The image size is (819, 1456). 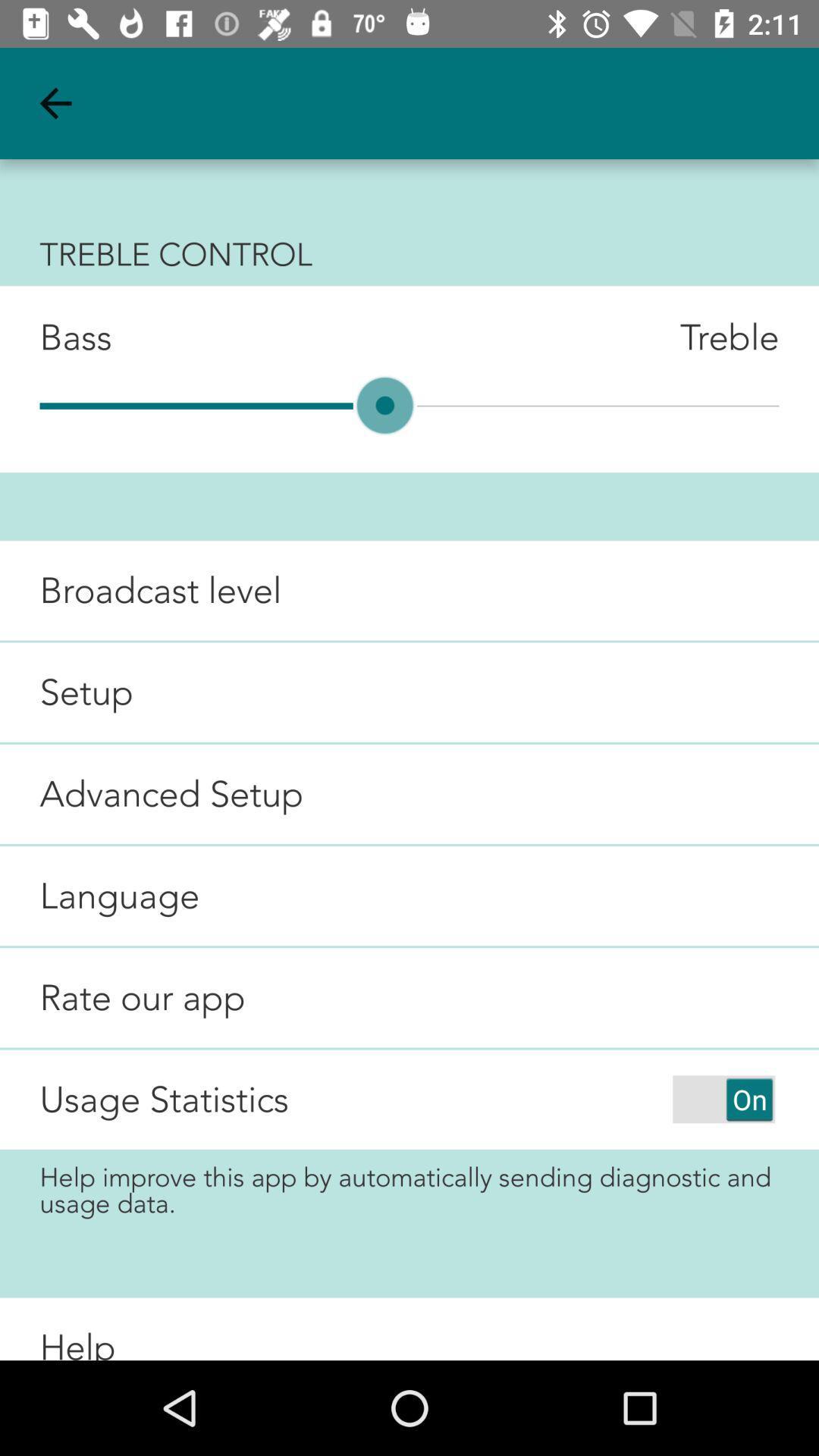 What do you see at coordinates (164, 1100) in the screenshot?
I see `usage statistics` at bounding box center [164, 1100].